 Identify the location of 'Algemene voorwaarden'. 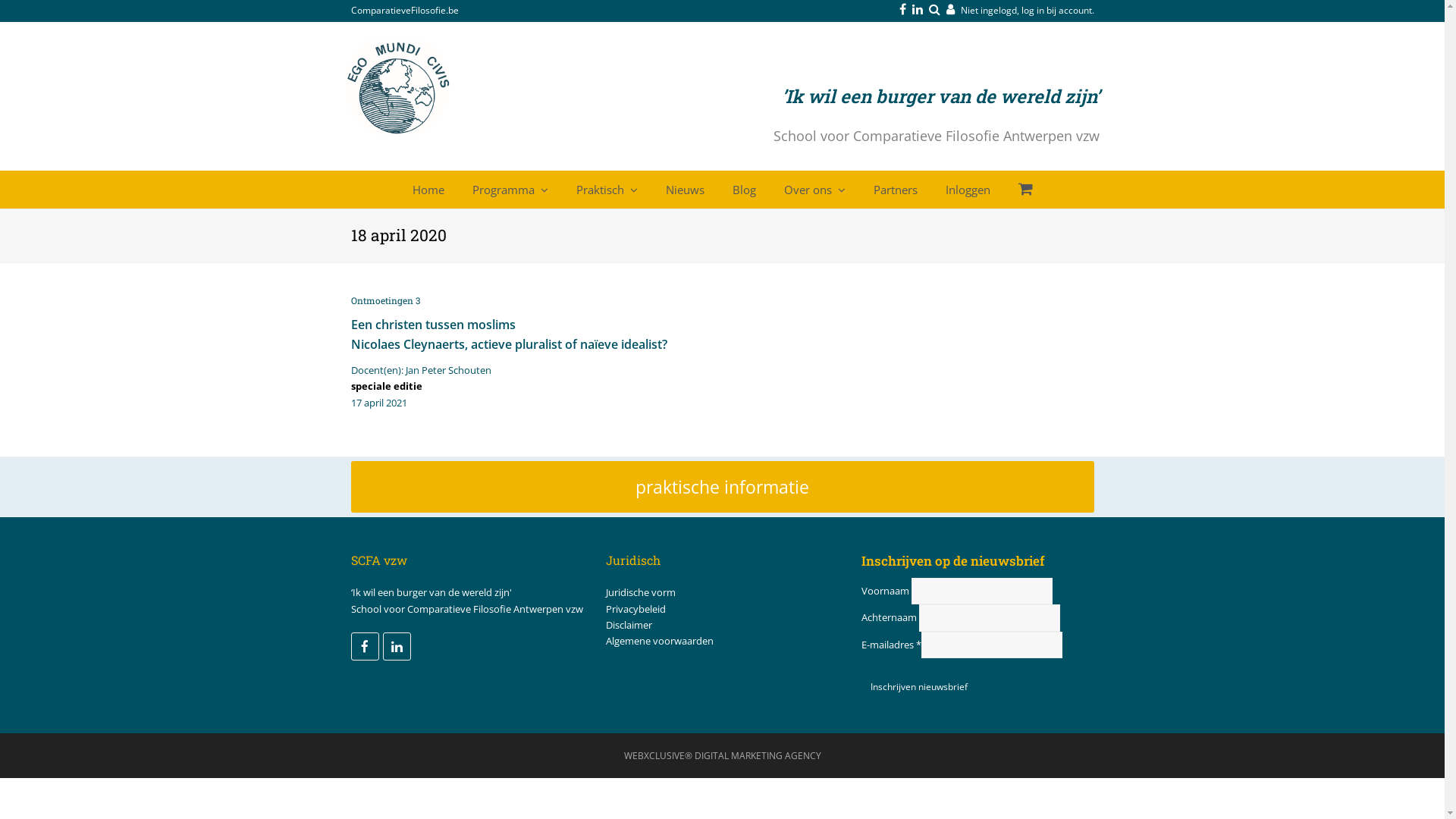
(659, 640).